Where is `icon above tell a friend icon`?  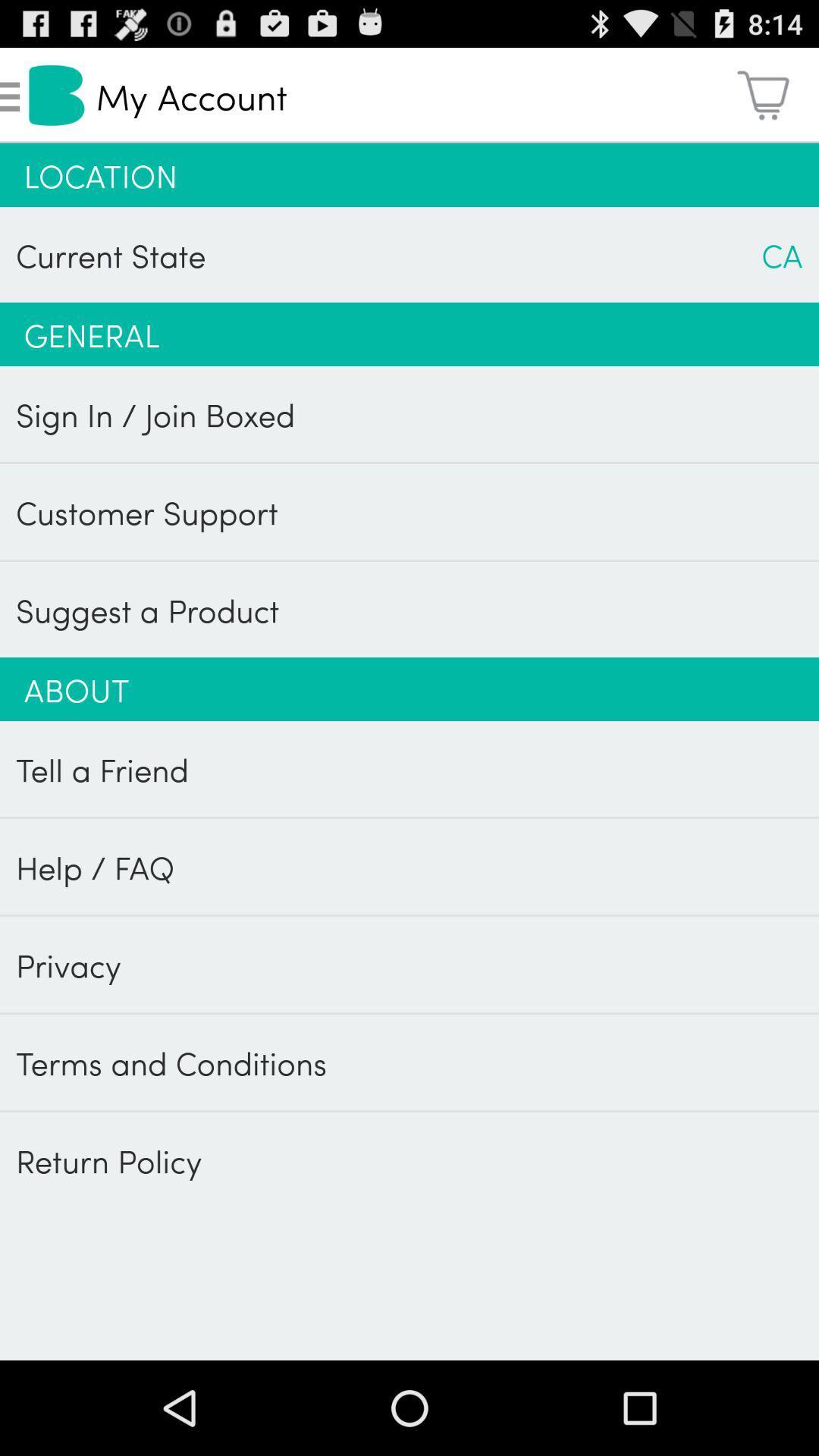 icon above tell a friend icon is located at coordinates (409, 688).